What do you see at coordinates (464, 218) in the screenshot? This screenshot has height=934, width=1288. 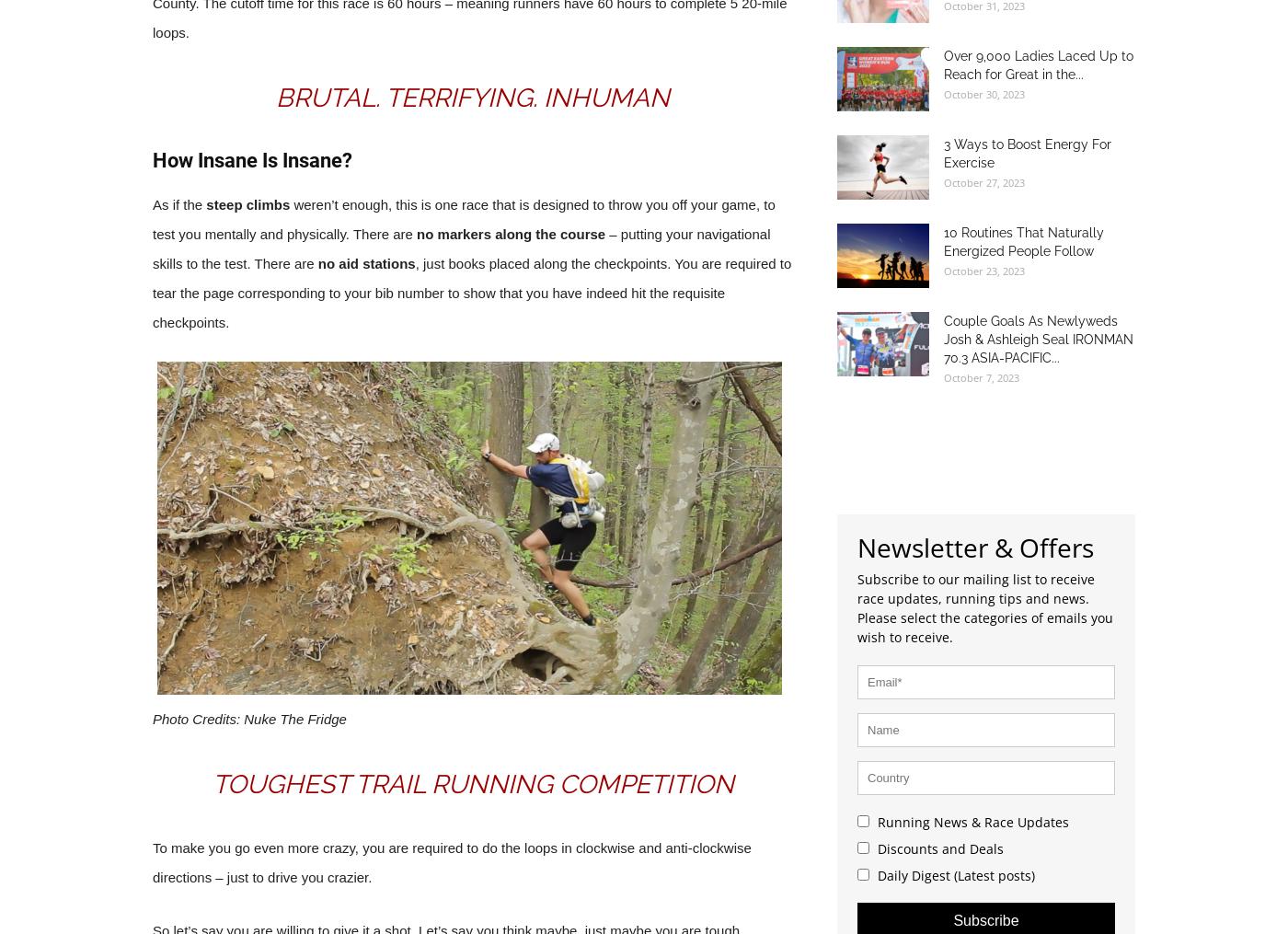 I see `'weren’t enough, this is one race that is designed to throw you off your game, to test you mentally and physically. There are'` at bounding box center [464, 218].